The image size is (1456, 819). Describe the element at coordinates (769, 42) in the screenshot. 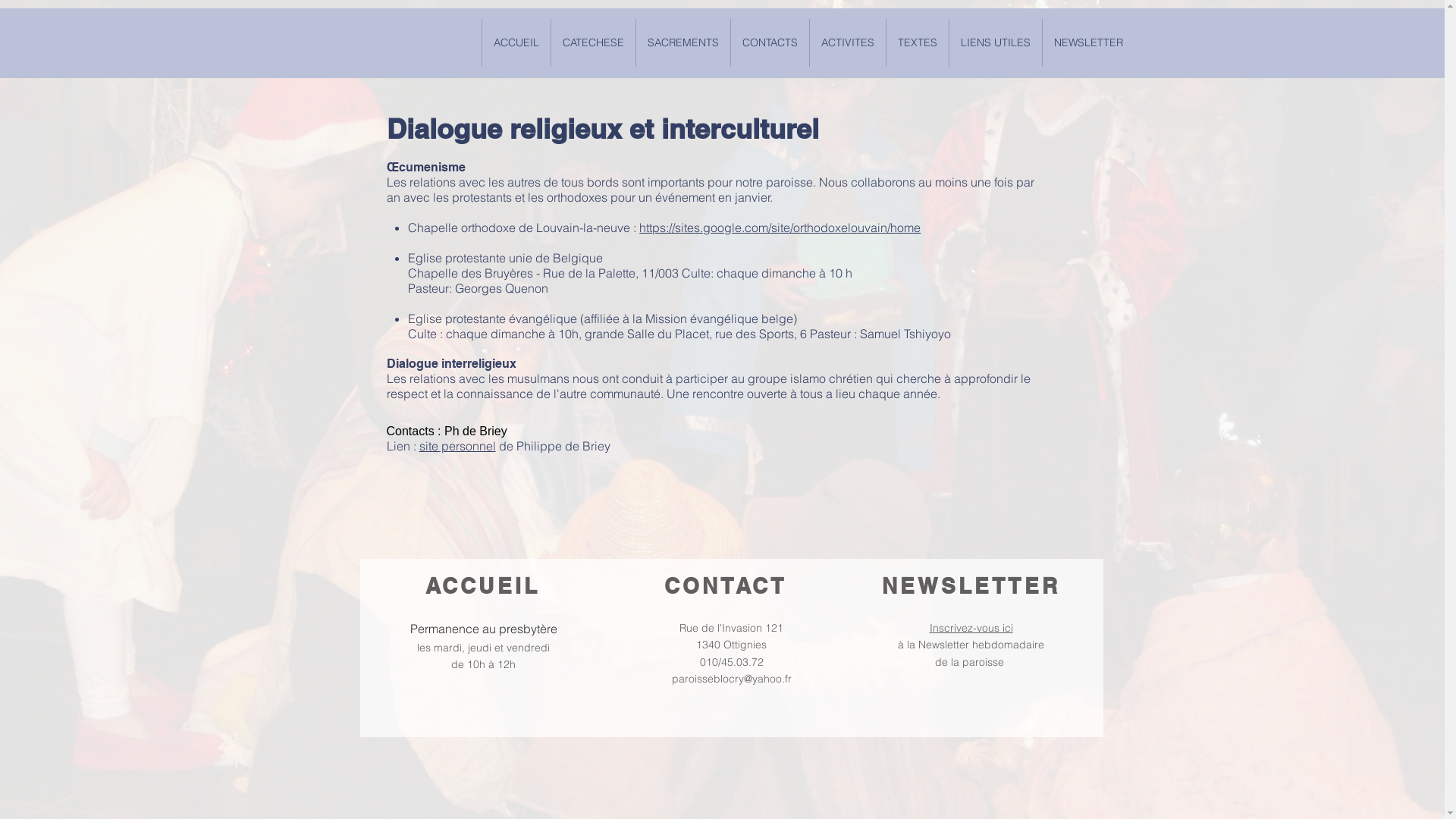

I see `'CONTACTS'` at that location.